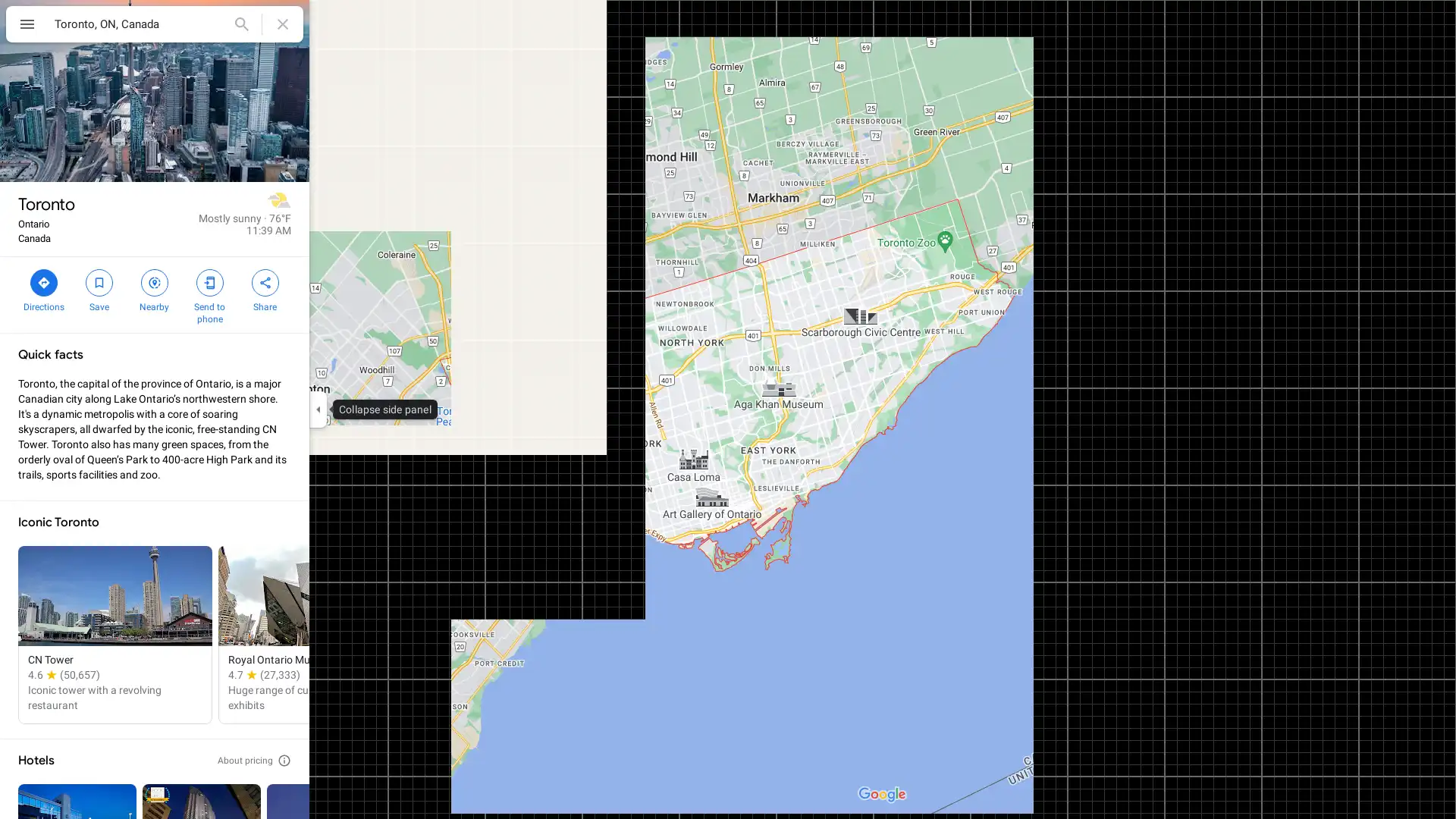  What do you see at coordinates (240, 24) in the screenshot?
I see `Search` at bounding box center [240, 24].